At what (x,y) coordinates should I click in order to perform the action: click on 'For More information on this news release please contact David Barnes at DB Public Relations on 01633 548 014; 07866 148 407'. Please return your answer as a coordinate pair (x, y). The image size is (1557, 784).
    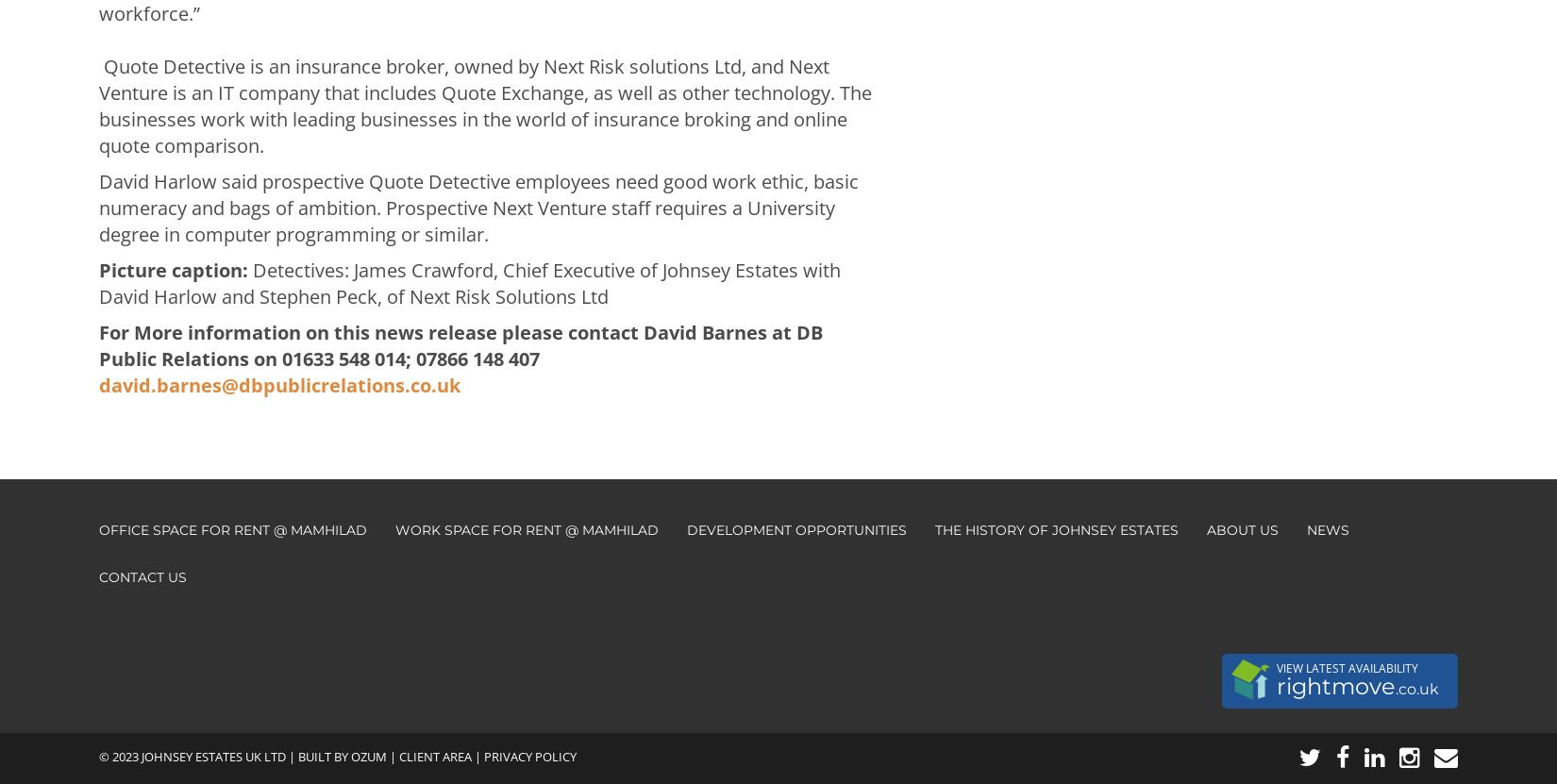
    Looking at the image, I should click on (460, 344).